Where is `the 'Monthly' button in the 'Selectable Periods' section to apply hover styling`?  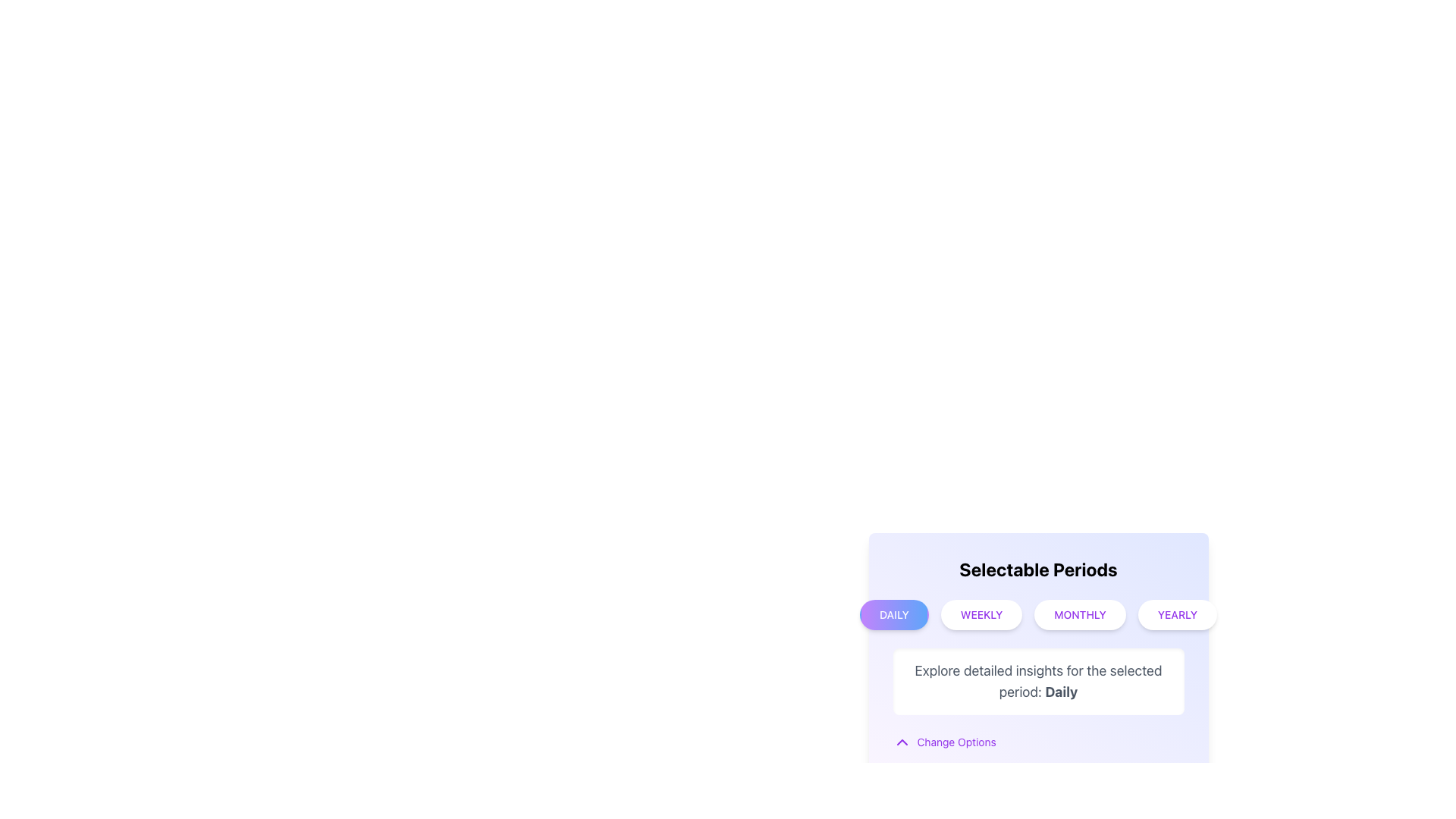 the 'Monthly' button in the 'Selectable Periods' section to apply hover styling is located at coordinates (1079, 614).